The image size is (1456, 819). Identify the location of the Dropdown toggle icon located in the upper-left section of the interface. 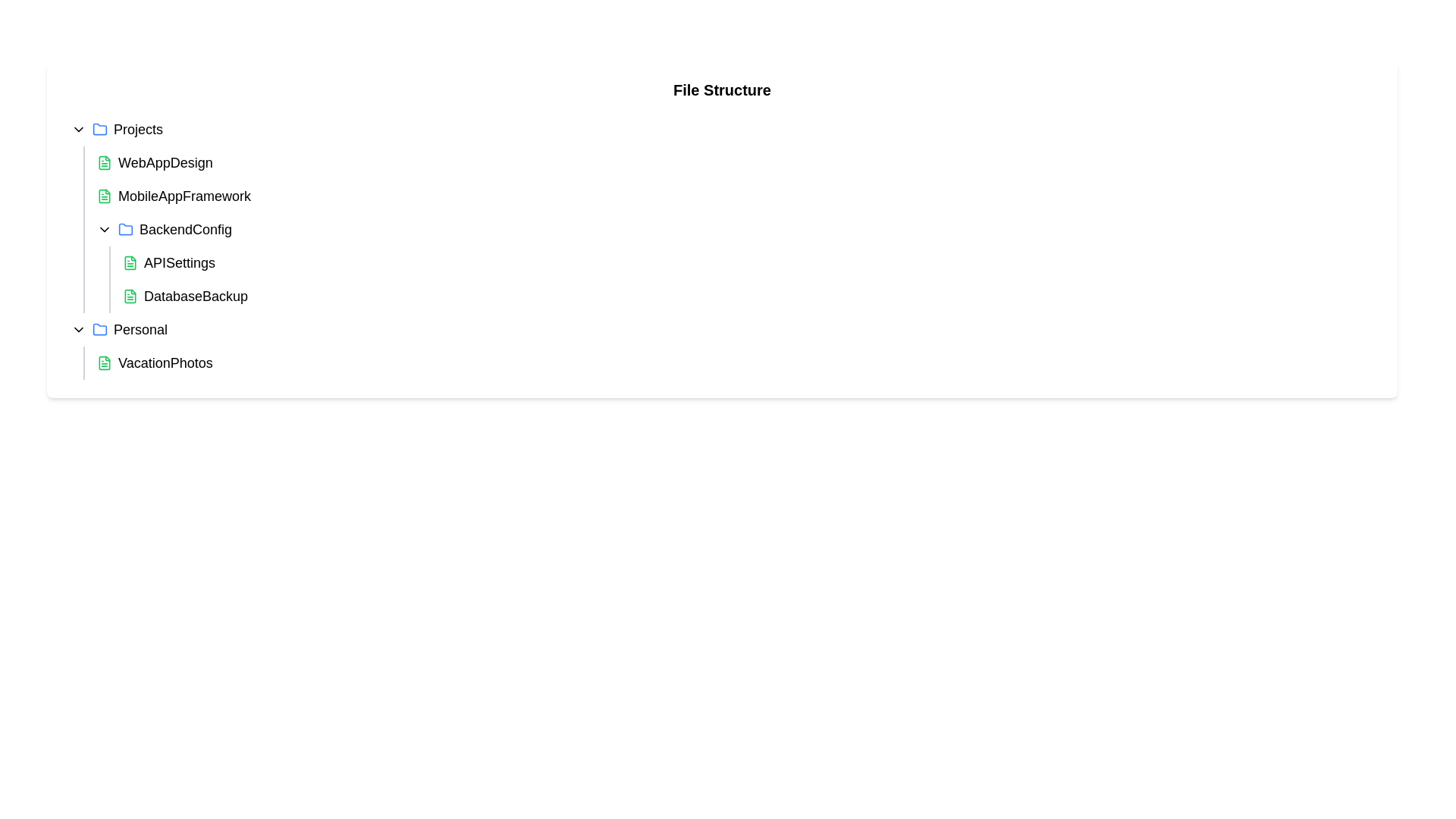
(78, 128).